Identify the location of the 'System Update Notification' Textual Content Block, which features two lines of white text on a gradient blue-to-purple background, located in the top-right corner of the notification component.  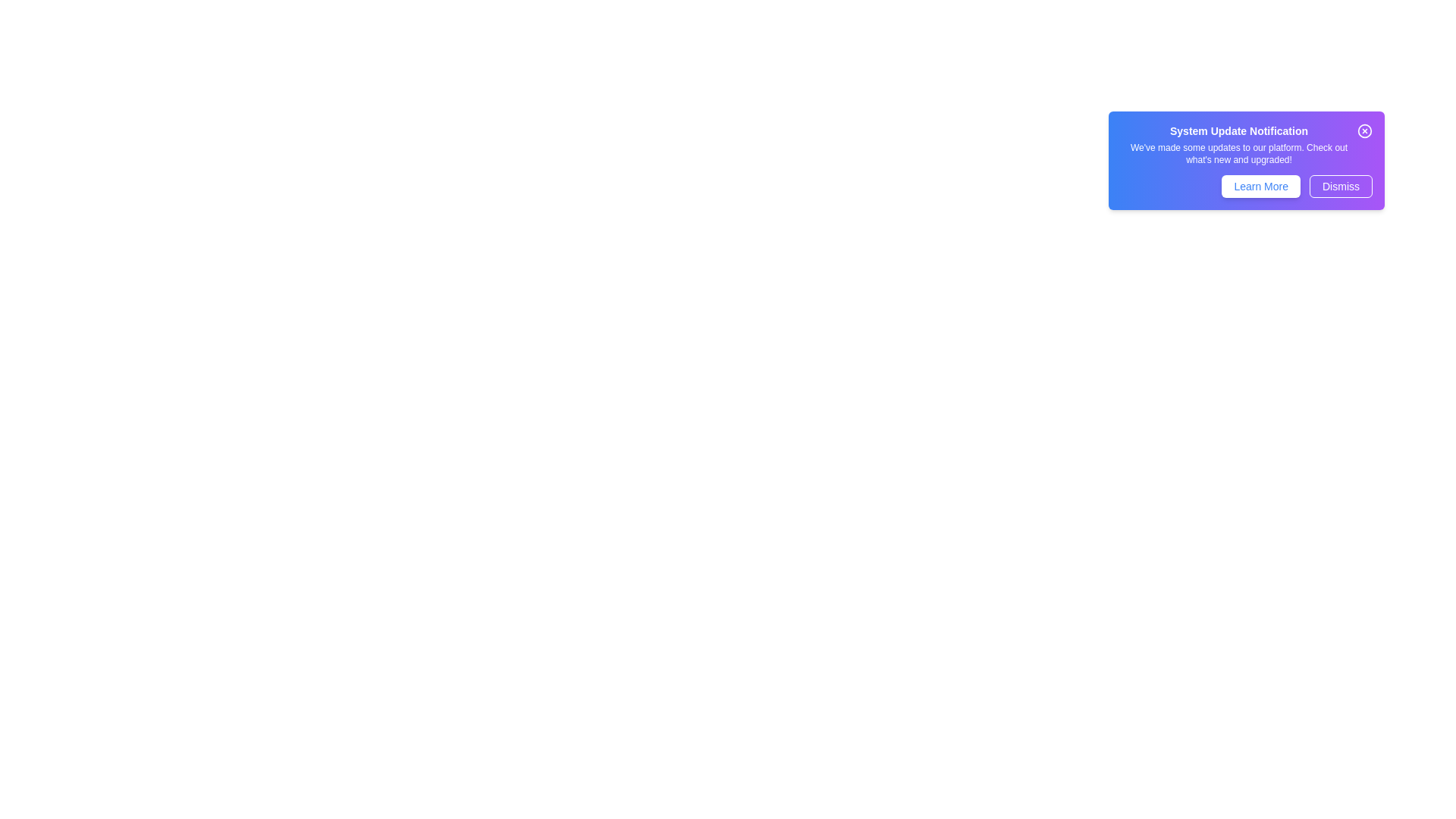
(1238, 145).